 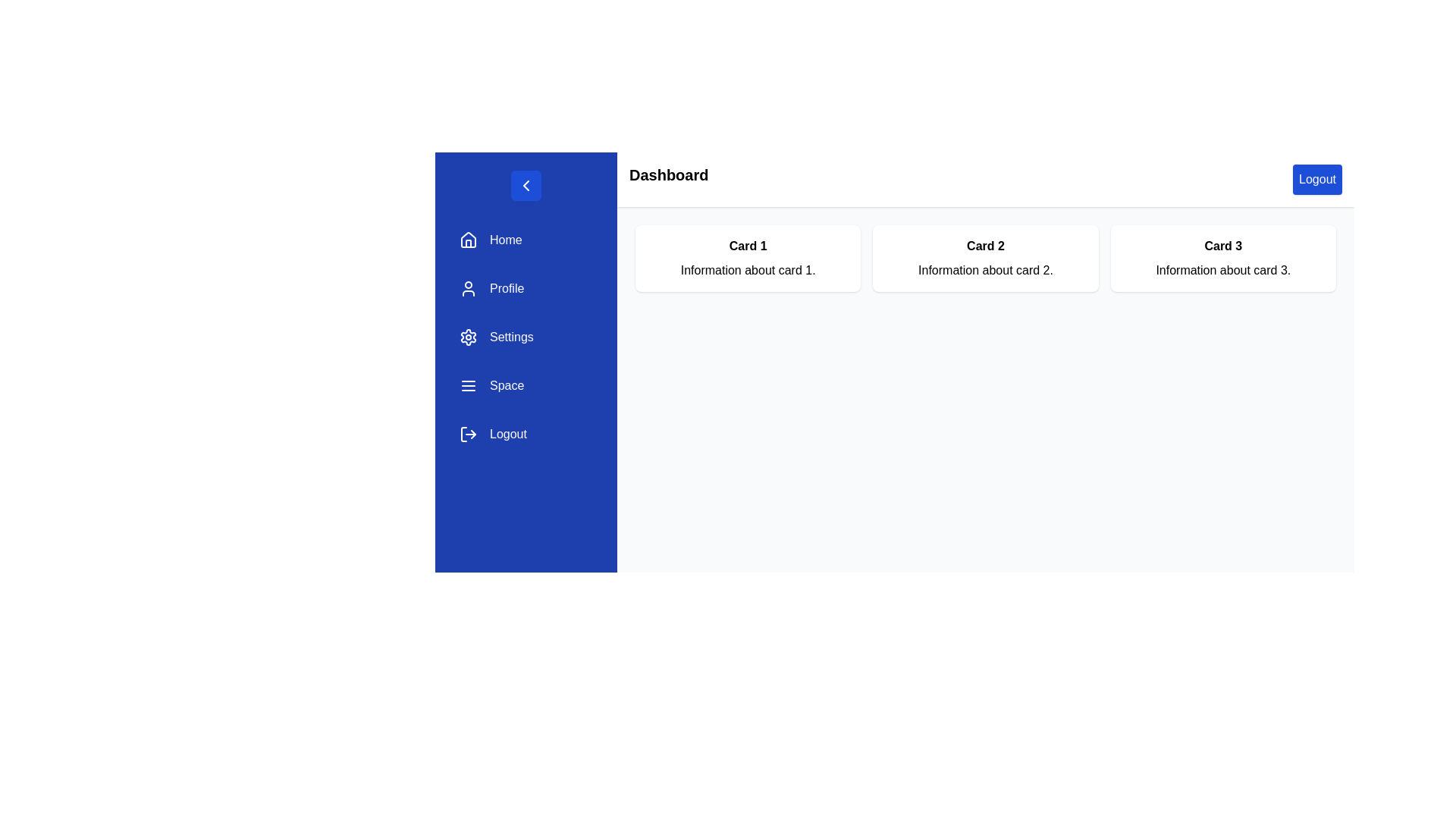 What do you see at coordinates (507, 289) in the screenshot?
I see `the 'Profile' text label in the navigation menu, which is styled in white text on a blue background and located below the 'Home' option` at bounding box center [507, 289].